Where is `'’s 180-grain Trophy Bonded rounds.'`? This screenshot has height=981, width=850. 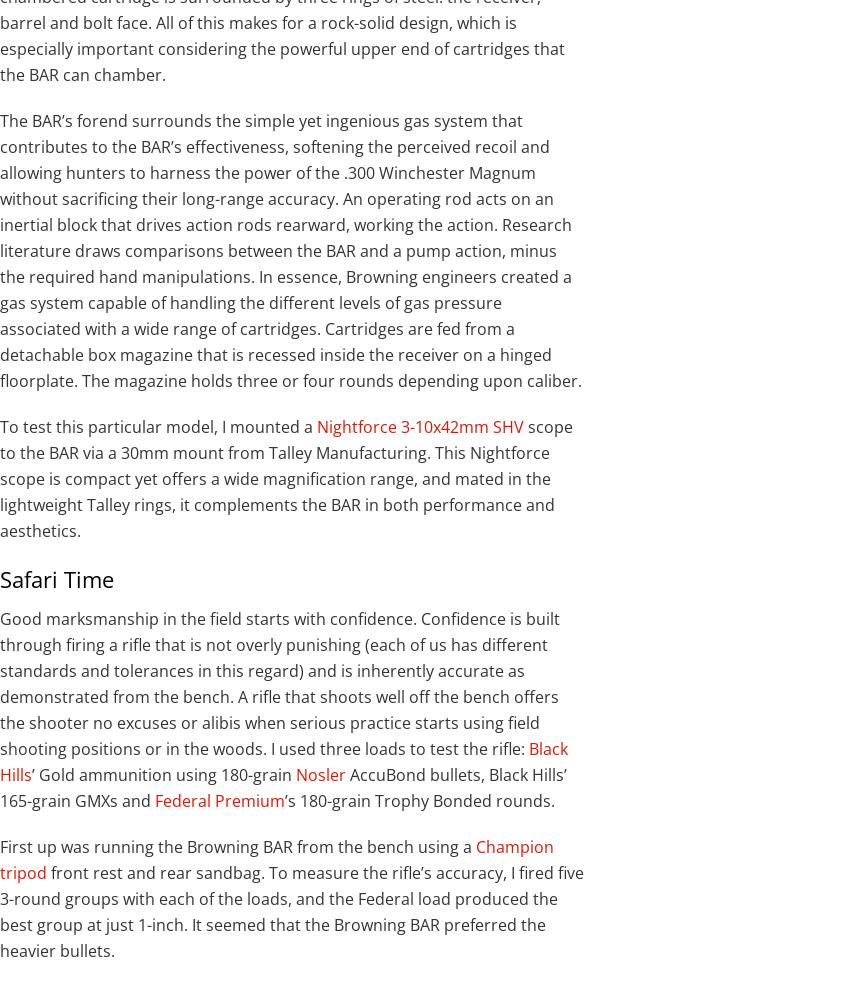
'’s 180-grain Trophy Bonded rounds.' is located at coordinates (419, 800).